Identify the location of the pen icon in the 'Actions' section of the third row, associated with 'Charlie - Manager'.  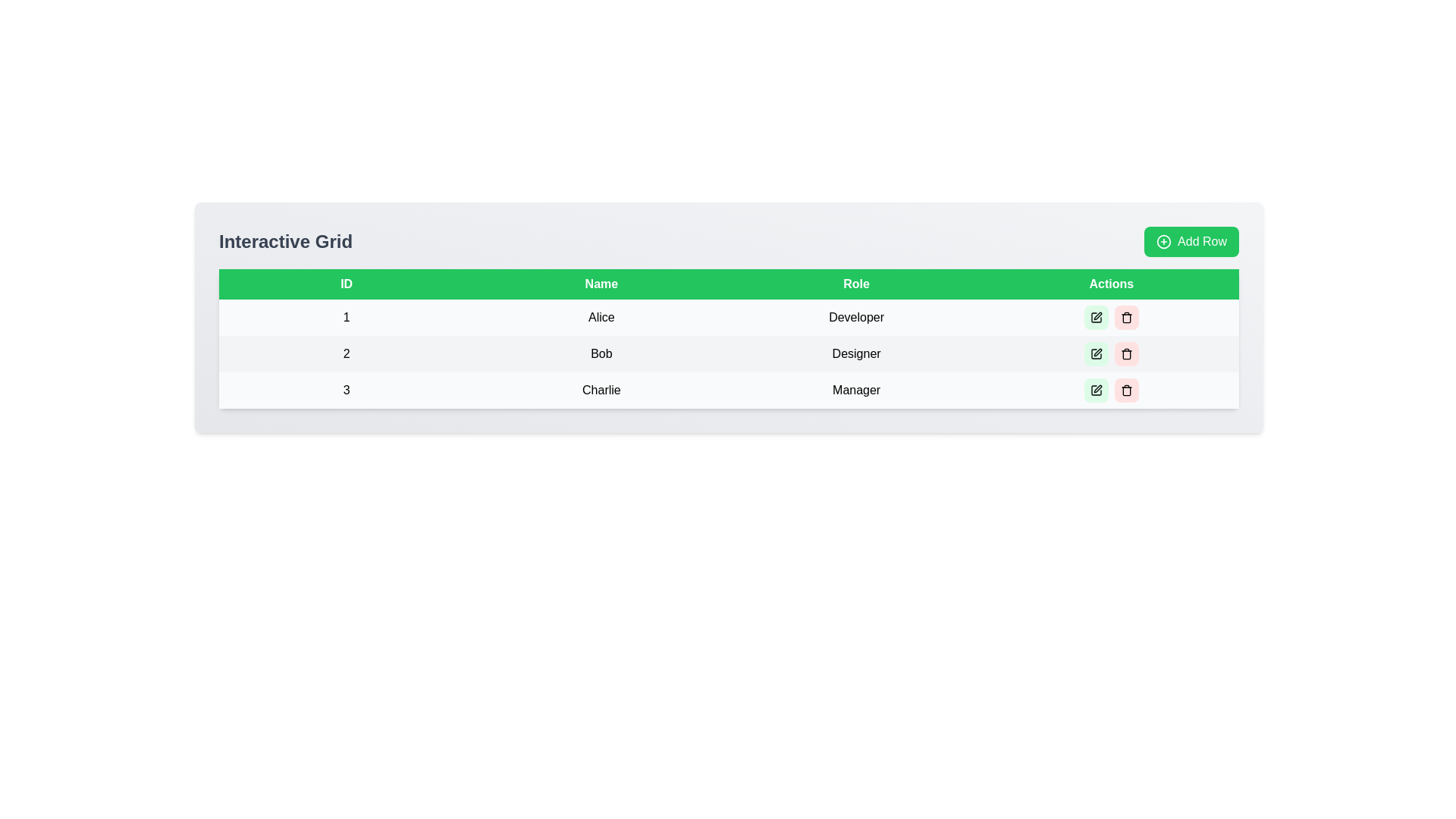
(1096, 390).